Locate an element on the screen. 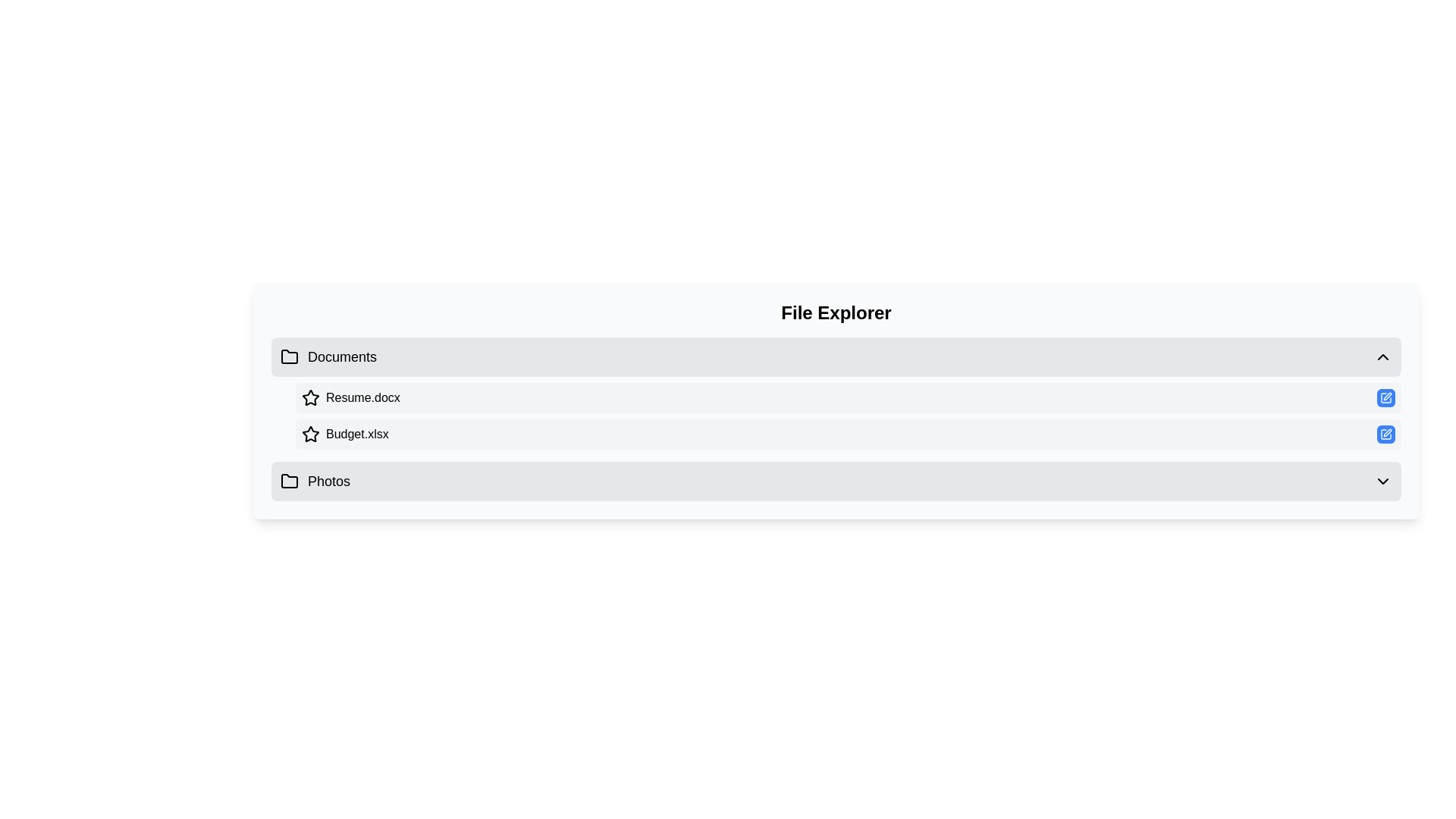 This screenshot has height=819, width=1456. the 'Documents' TextLabel with Icon, which features a bold font and a folder icon, positioned at the top of a vertical list in a file or folder listing interface is located at coordinates (328, 356).